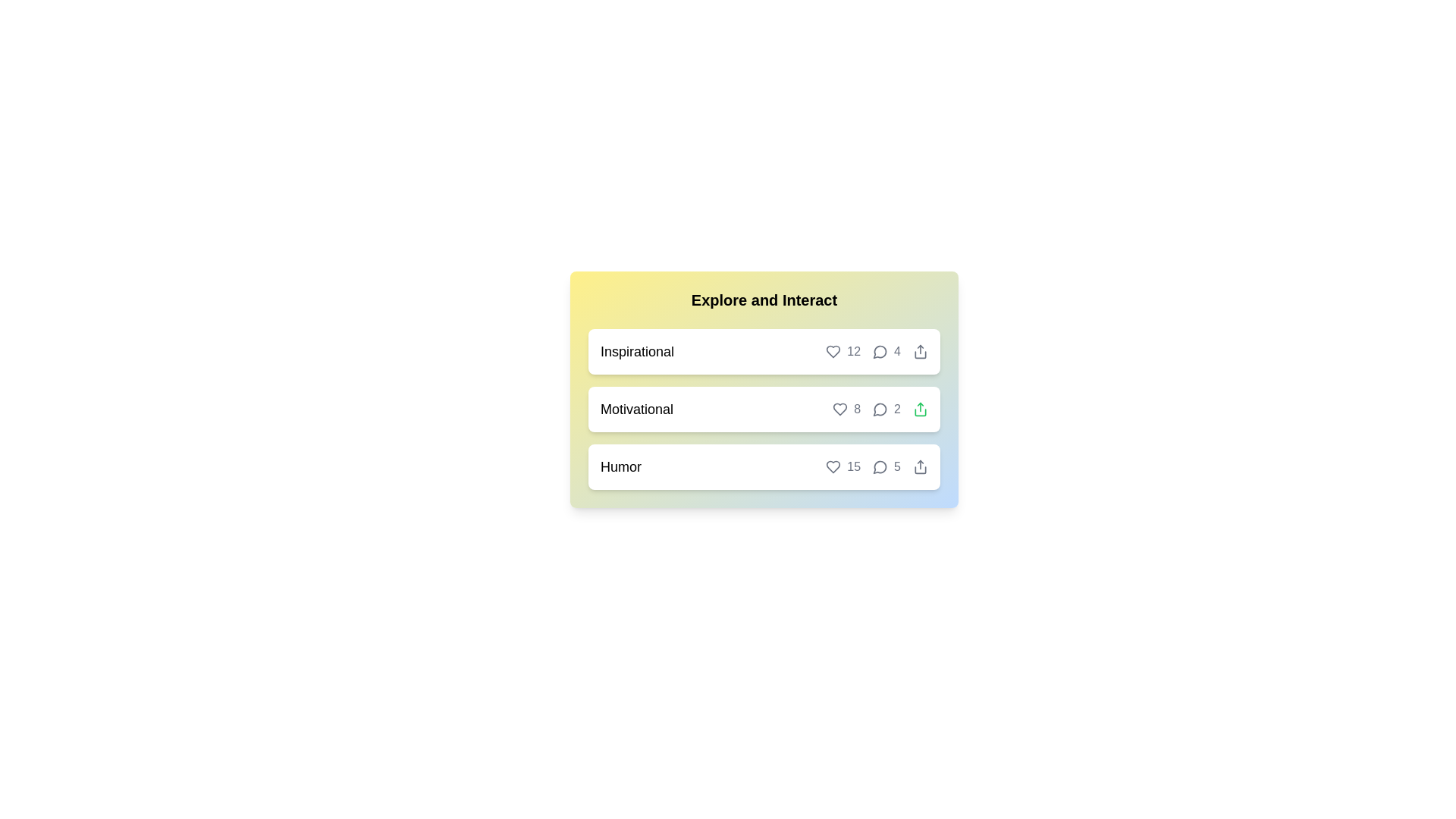 The image size is (1456, 819). Describe the element at coordinates (920, 351) in the screenshot. I see `the 'share' button for the chip labeled Inspirational` at that location.